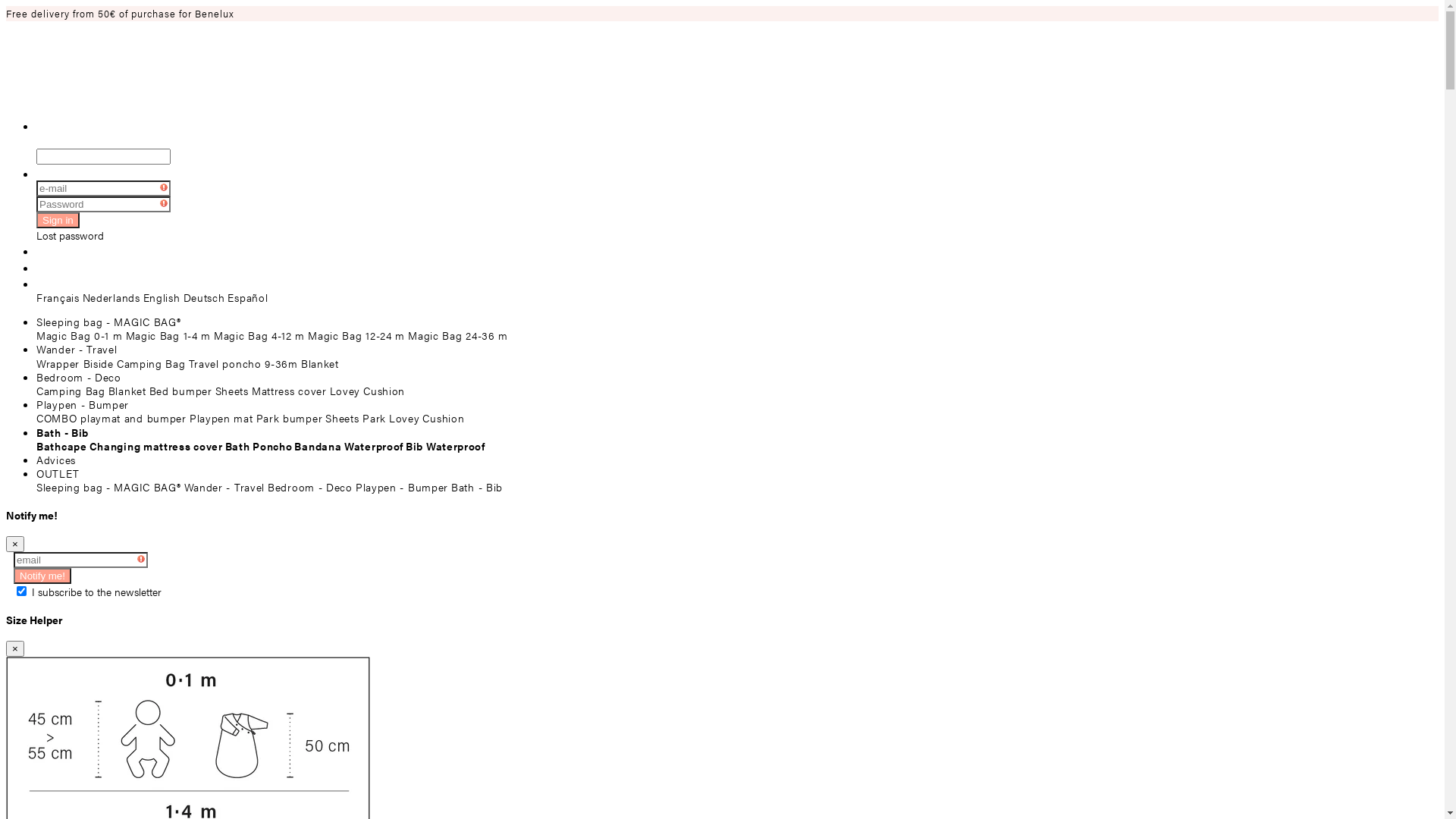 Image resolution: width=1456 pixels, height=819 pixels. Describe the element at coordinates (404, 418) in the screenshot. I see `'Lovey'` at that location.